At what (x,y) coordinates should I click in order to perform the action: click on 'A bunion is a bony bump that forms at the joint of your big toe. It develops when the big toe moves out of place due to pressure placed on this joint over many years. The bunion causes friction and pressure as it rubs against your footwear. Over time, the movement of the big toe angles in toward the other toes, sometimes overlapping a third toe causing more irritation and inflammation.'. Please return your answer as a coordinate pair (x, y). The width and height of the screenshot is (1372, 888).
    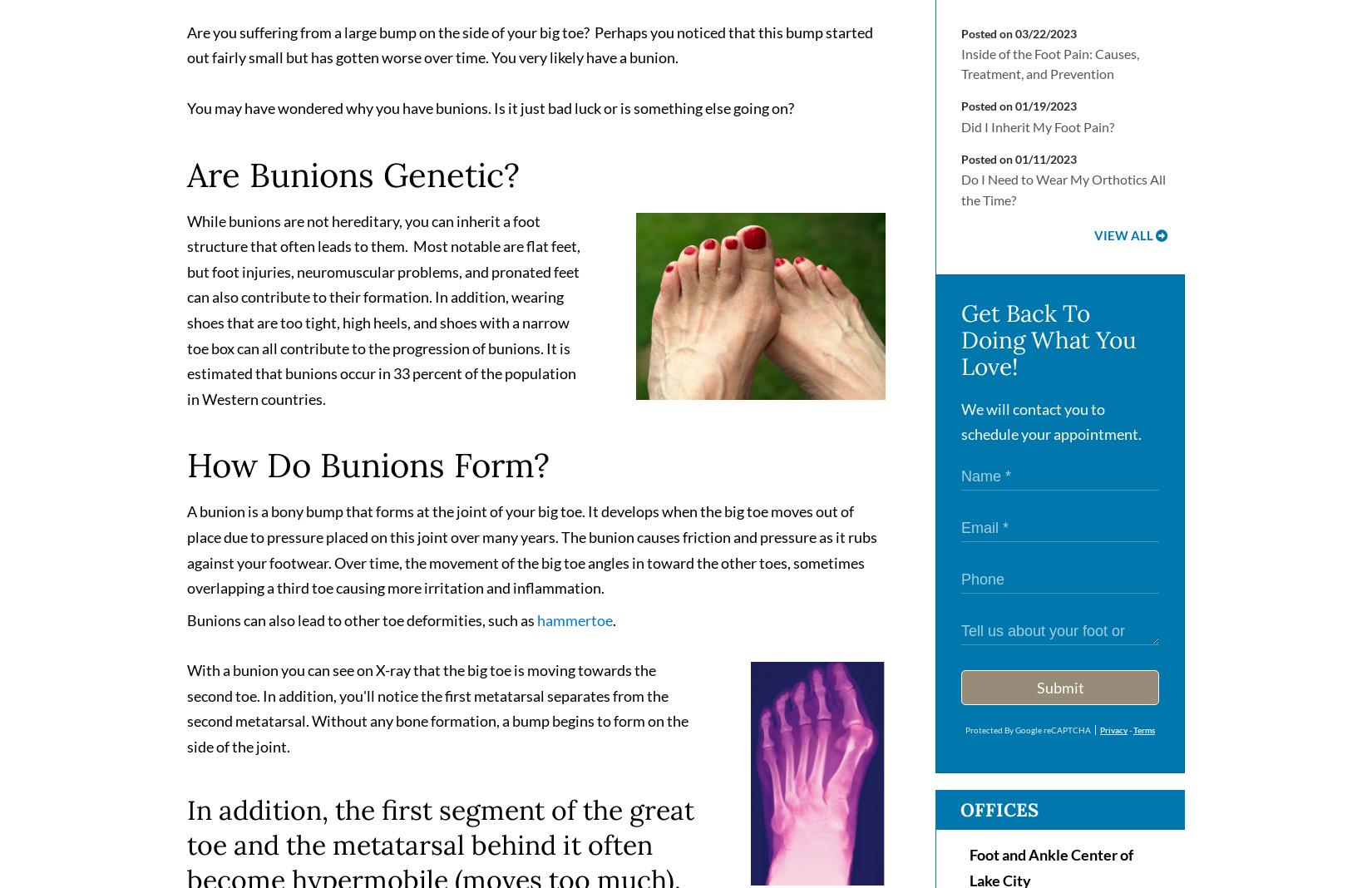
    Looking at the image, I should click on (531, 556).